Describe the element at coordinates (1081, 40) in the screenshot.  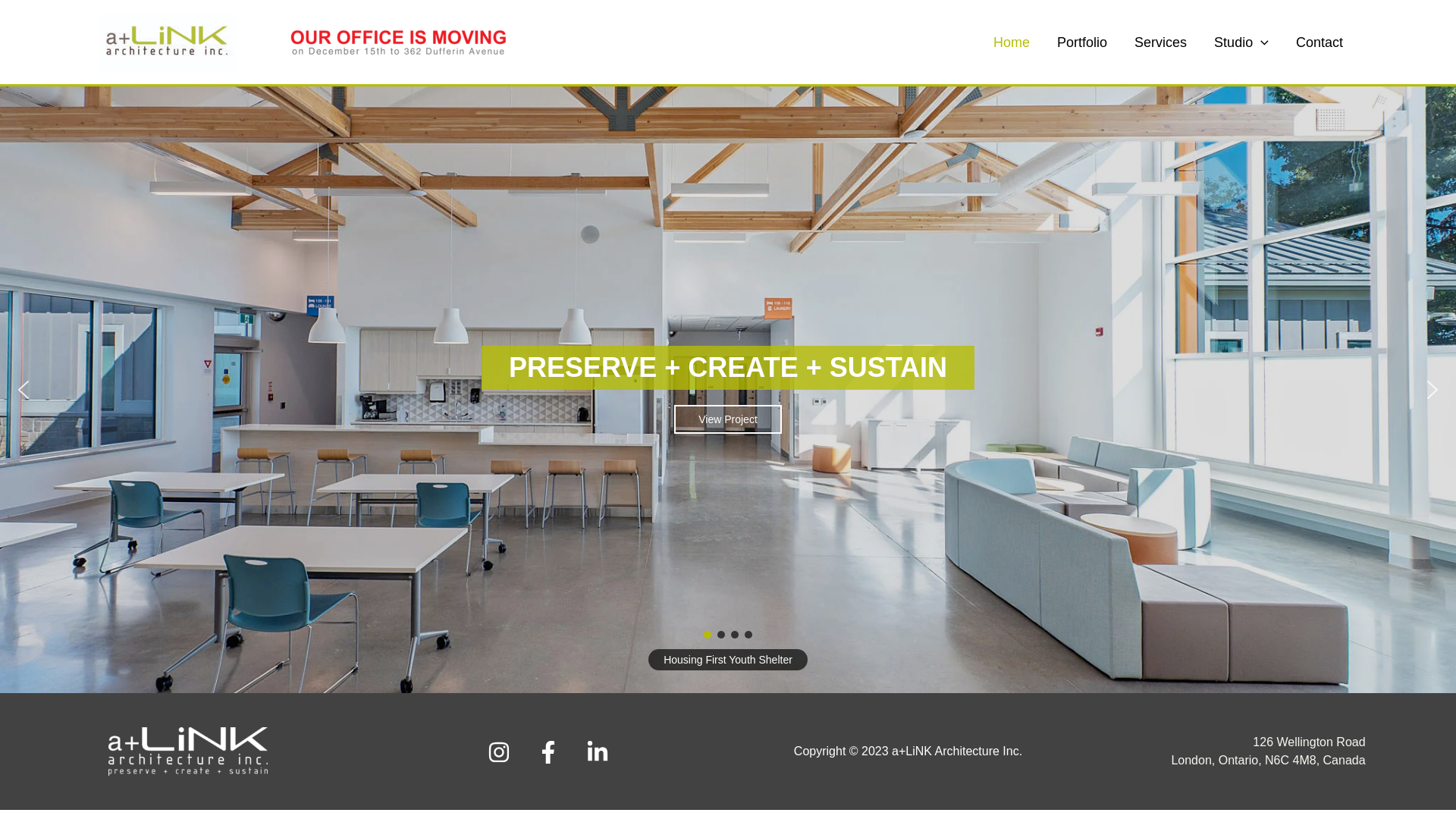
I see `'Portfolio'` at that location.